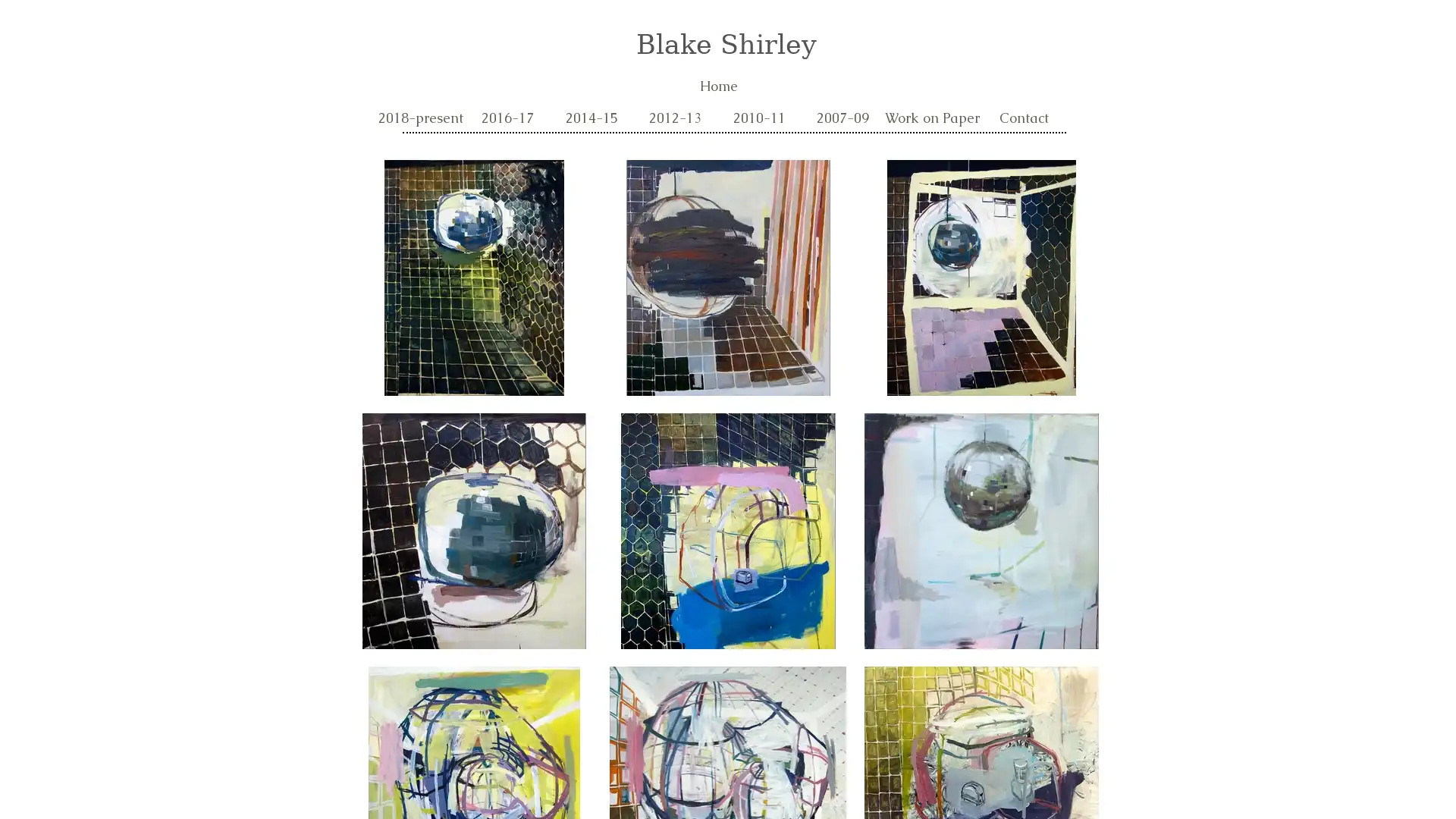 The image size is (1456, 819). Describe the element at coordinates (473, 530) in the screenshot. I see `3.jpg` at that location.